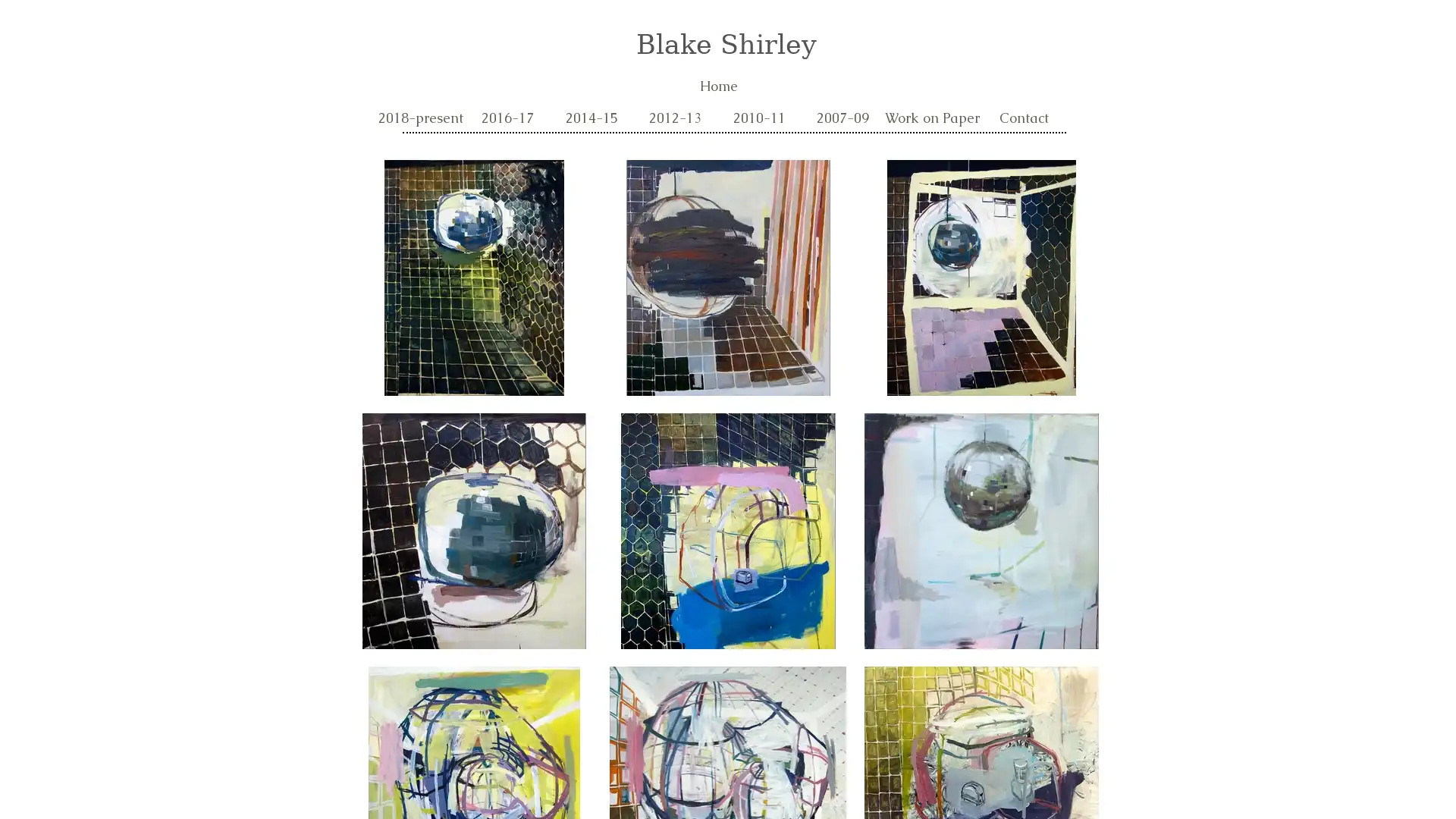 The image size is (1456, 819). Describe the element at coordinates (473, 530) in the screenshot. I see `3.jpg` at that location.